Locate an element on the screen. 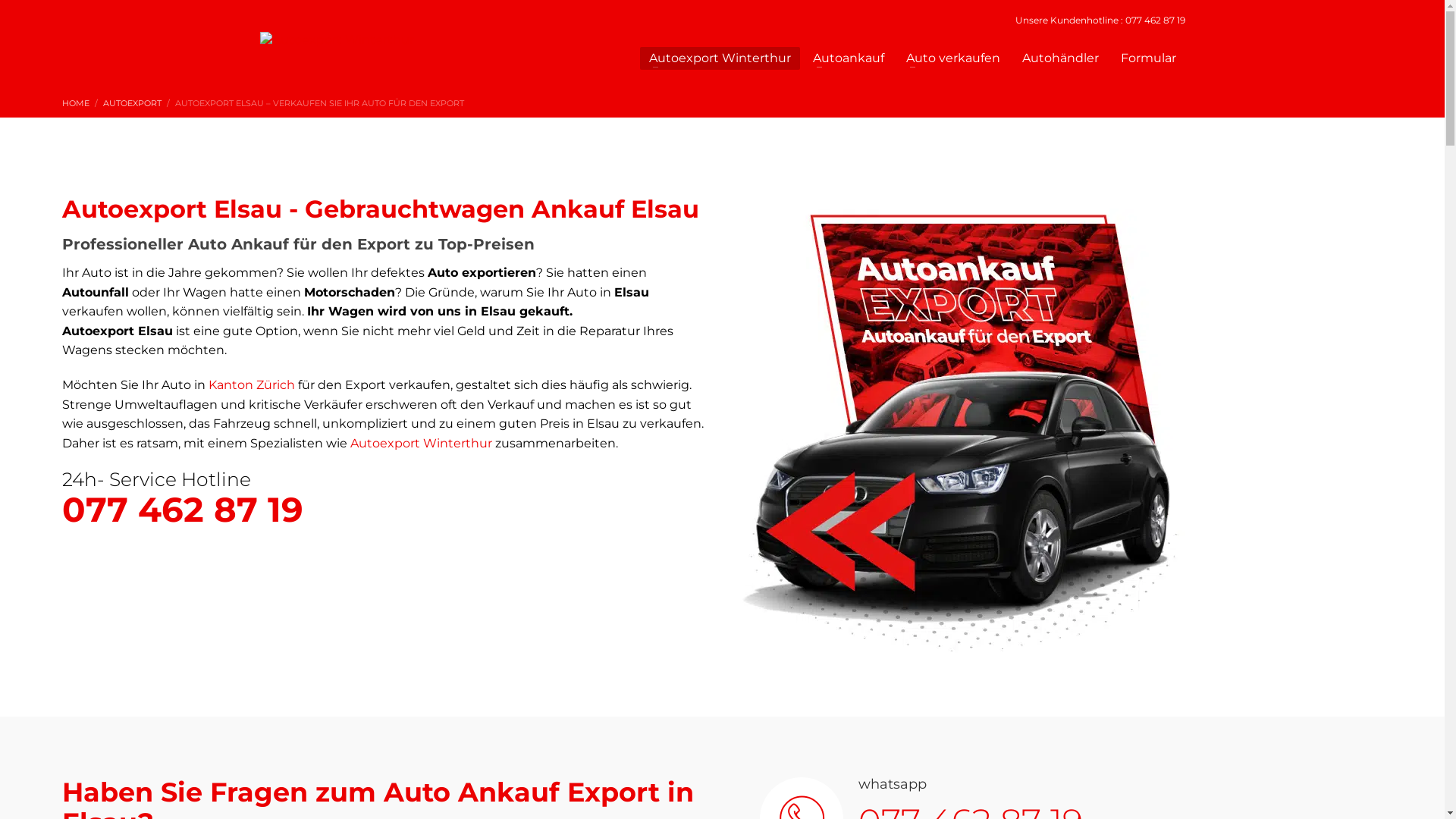 The image size is (1456, 819). 'Formular' is located at coordinates (1148, 58).